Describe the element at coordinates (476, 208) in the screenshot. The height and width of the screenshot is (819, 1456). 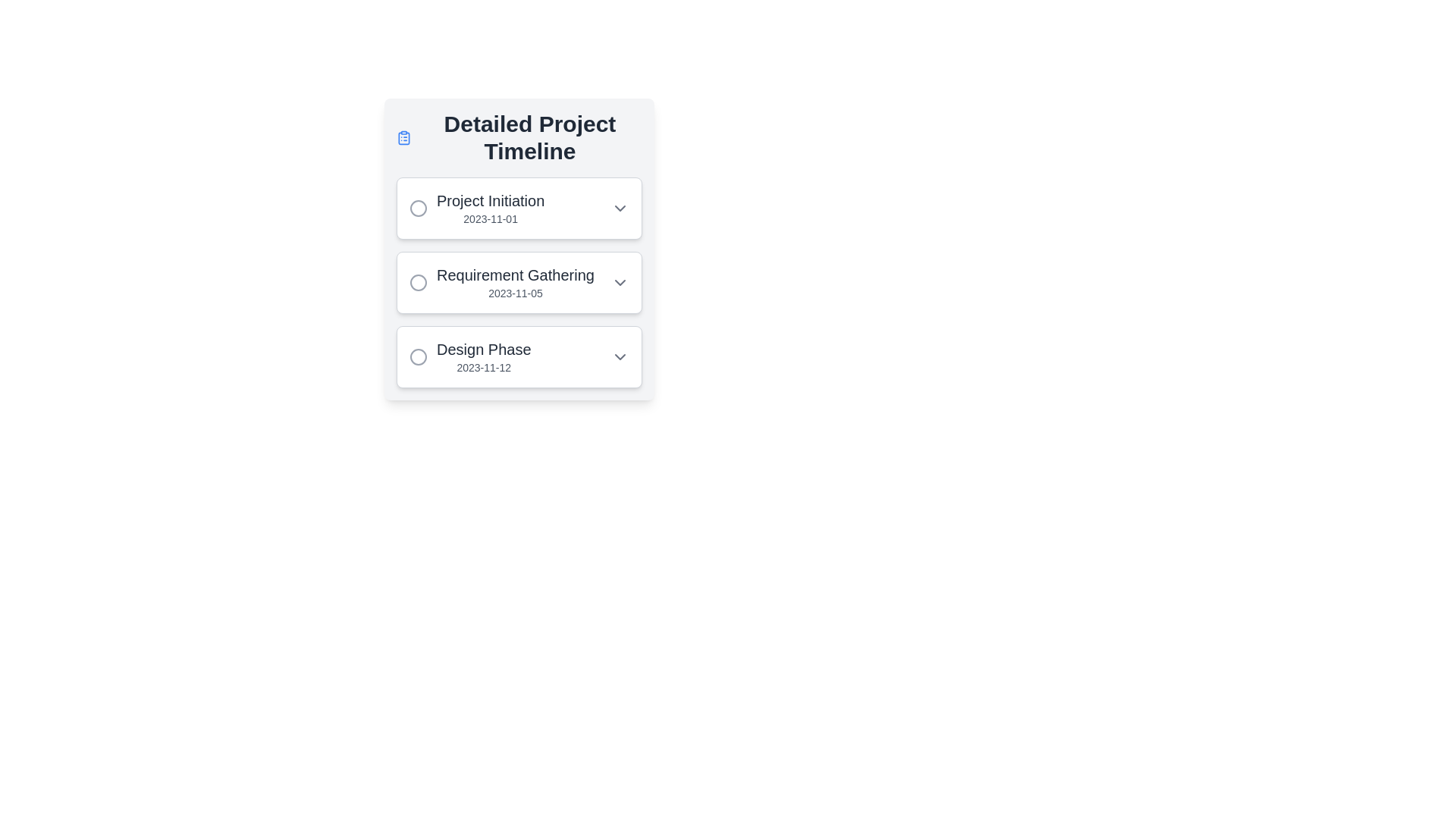
I see `the Text Display with Icon that shows the name and date of a phase in the project timeline, located at the top of the list in the 'Detailed Project Timeline' card` at that location.